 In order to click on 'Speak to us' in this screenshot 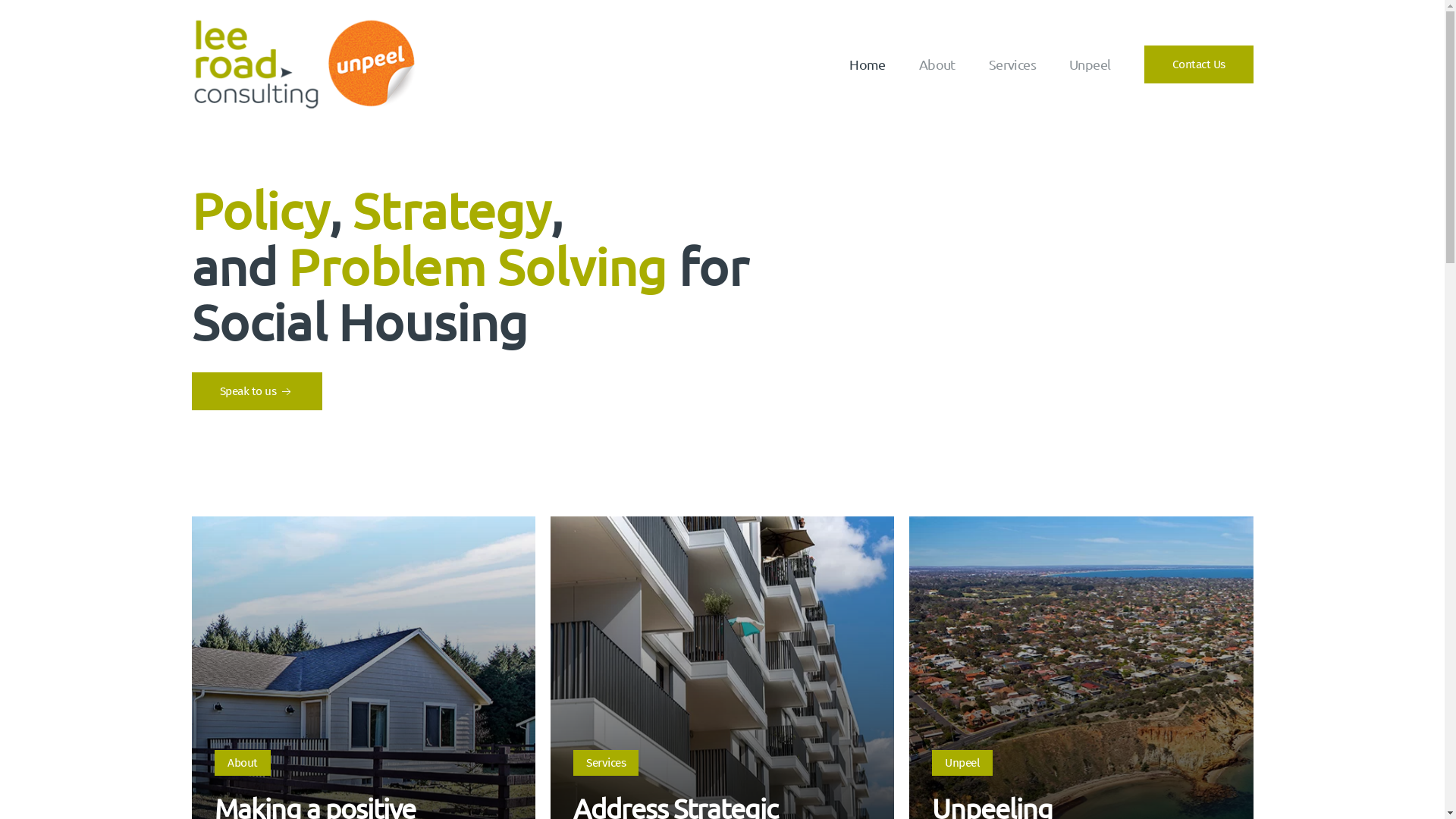, I will do `click(256, 391)`.